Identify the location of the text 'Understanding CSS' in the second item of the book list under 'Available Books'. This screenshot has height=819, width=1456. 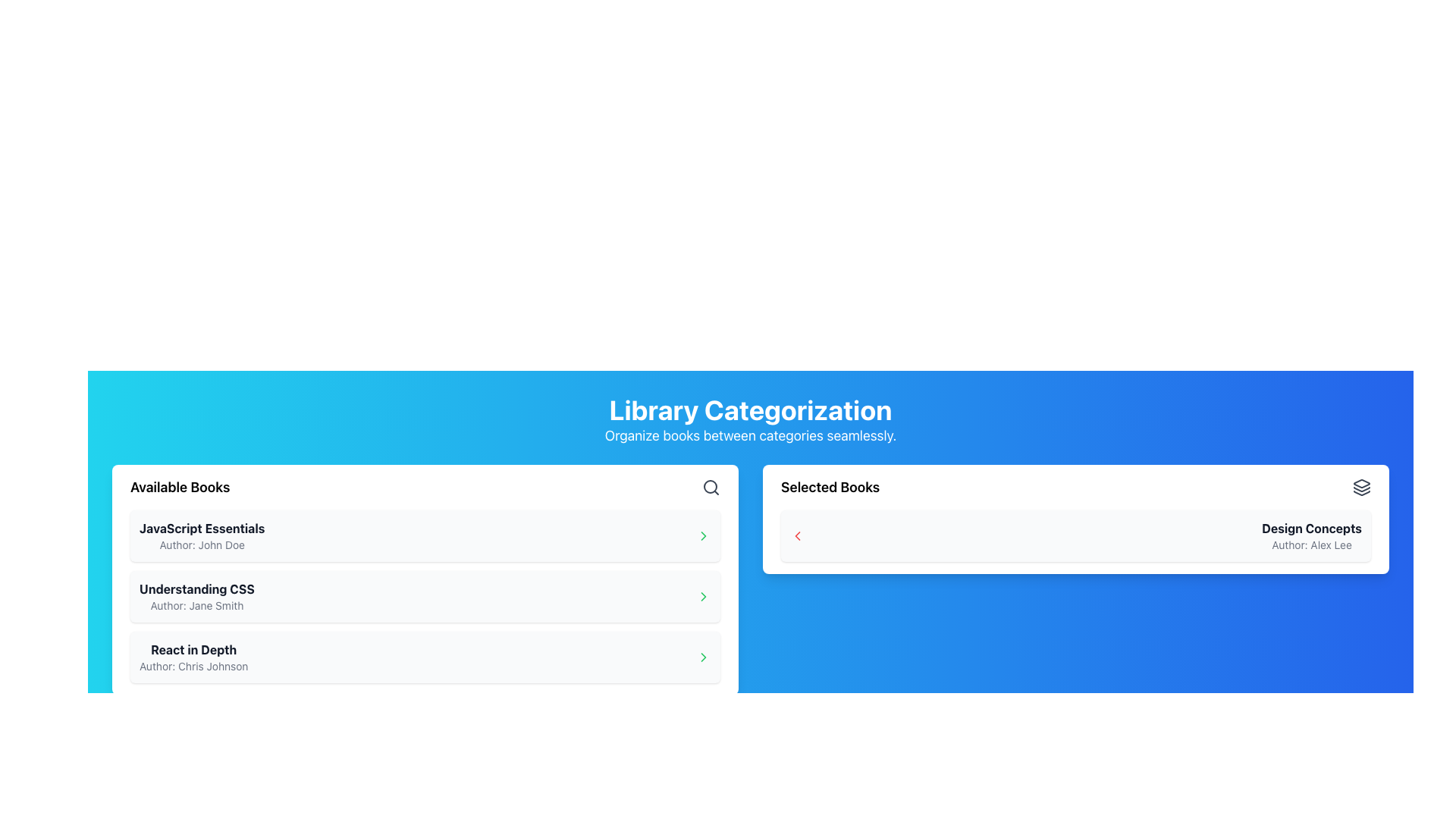
(196, 588).